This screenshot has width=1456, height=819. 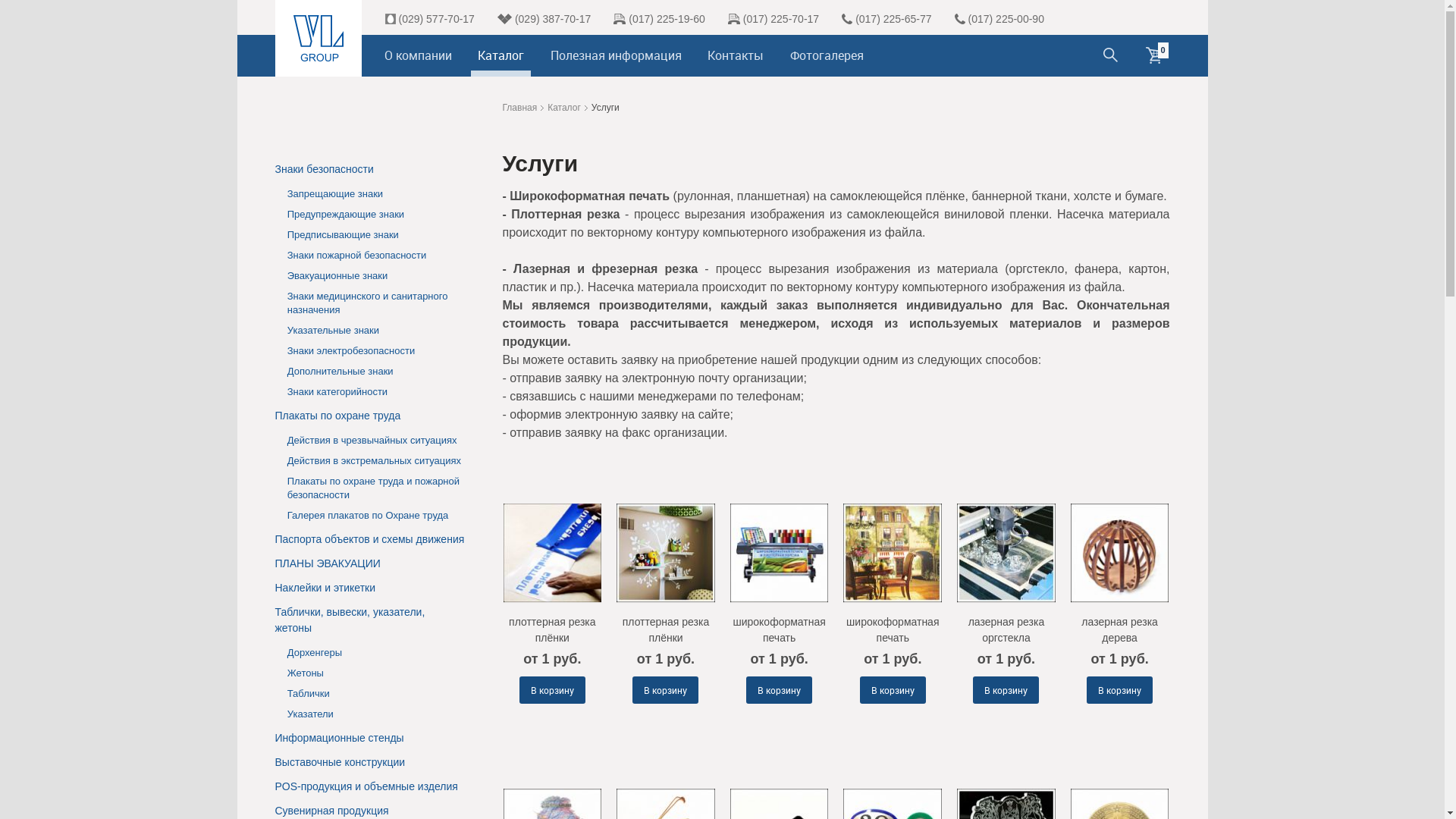 What do you see at coordinates (666, 18) in the screenshot?
I see `'(017) 225-19-60'` at bounding box center [666, 18].